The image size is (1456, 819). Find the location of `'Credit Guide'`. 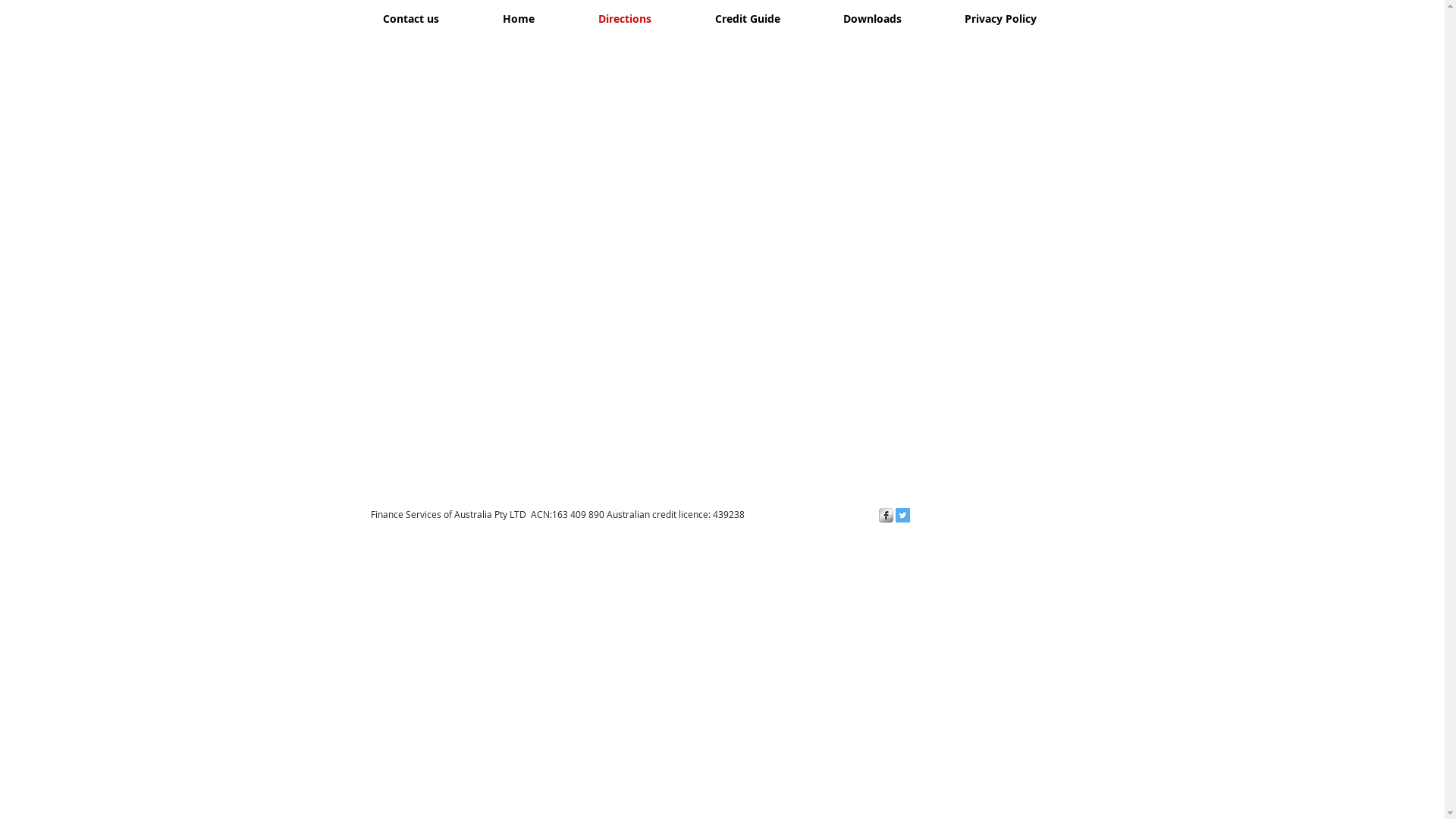

'Credit Guide' is located at coordinates (682, 18).